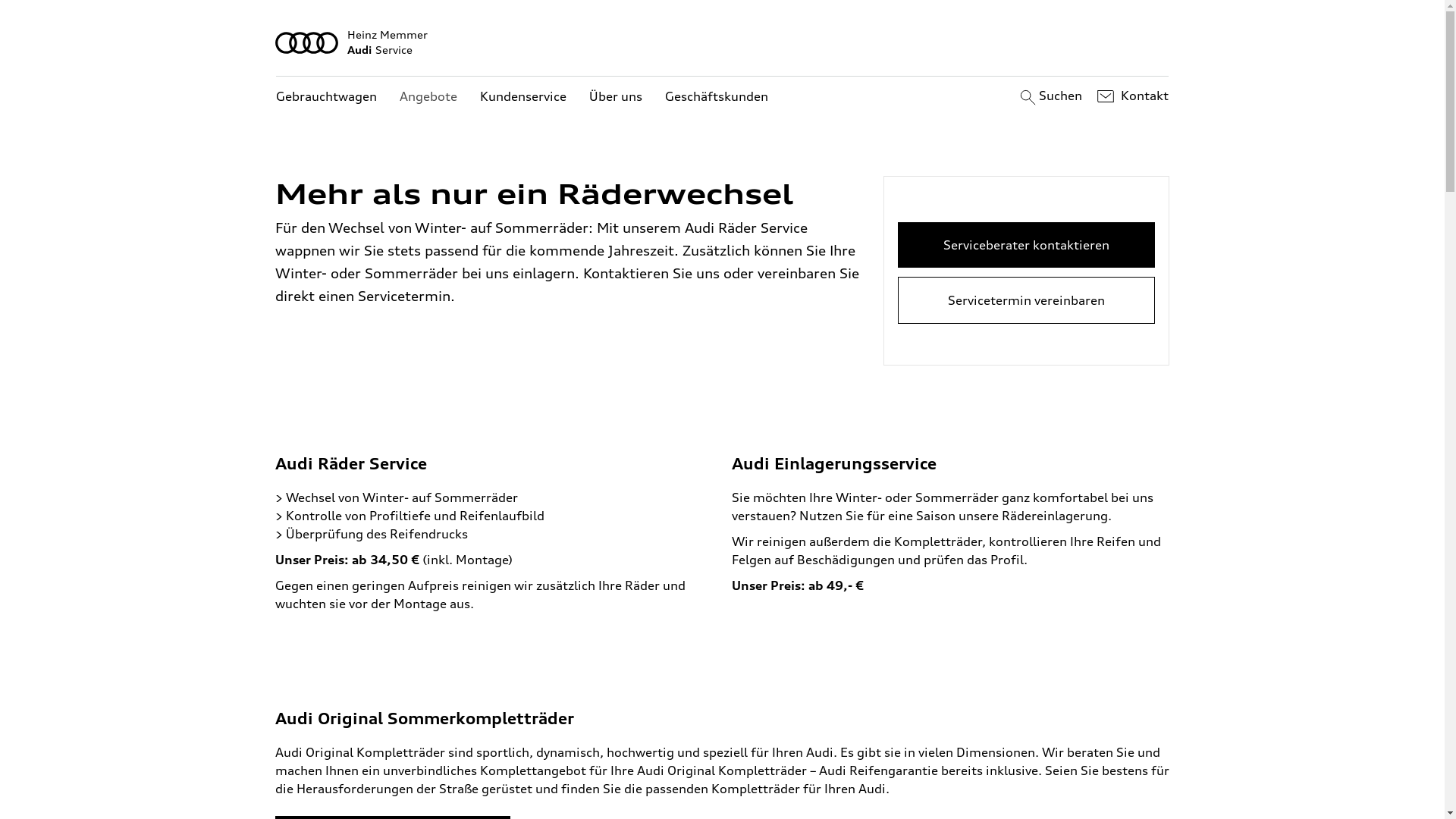  What do you see at coordinates (523, 96) in the screenshot?
I see `'Kundenservice'` at bounding box center [523, 96].